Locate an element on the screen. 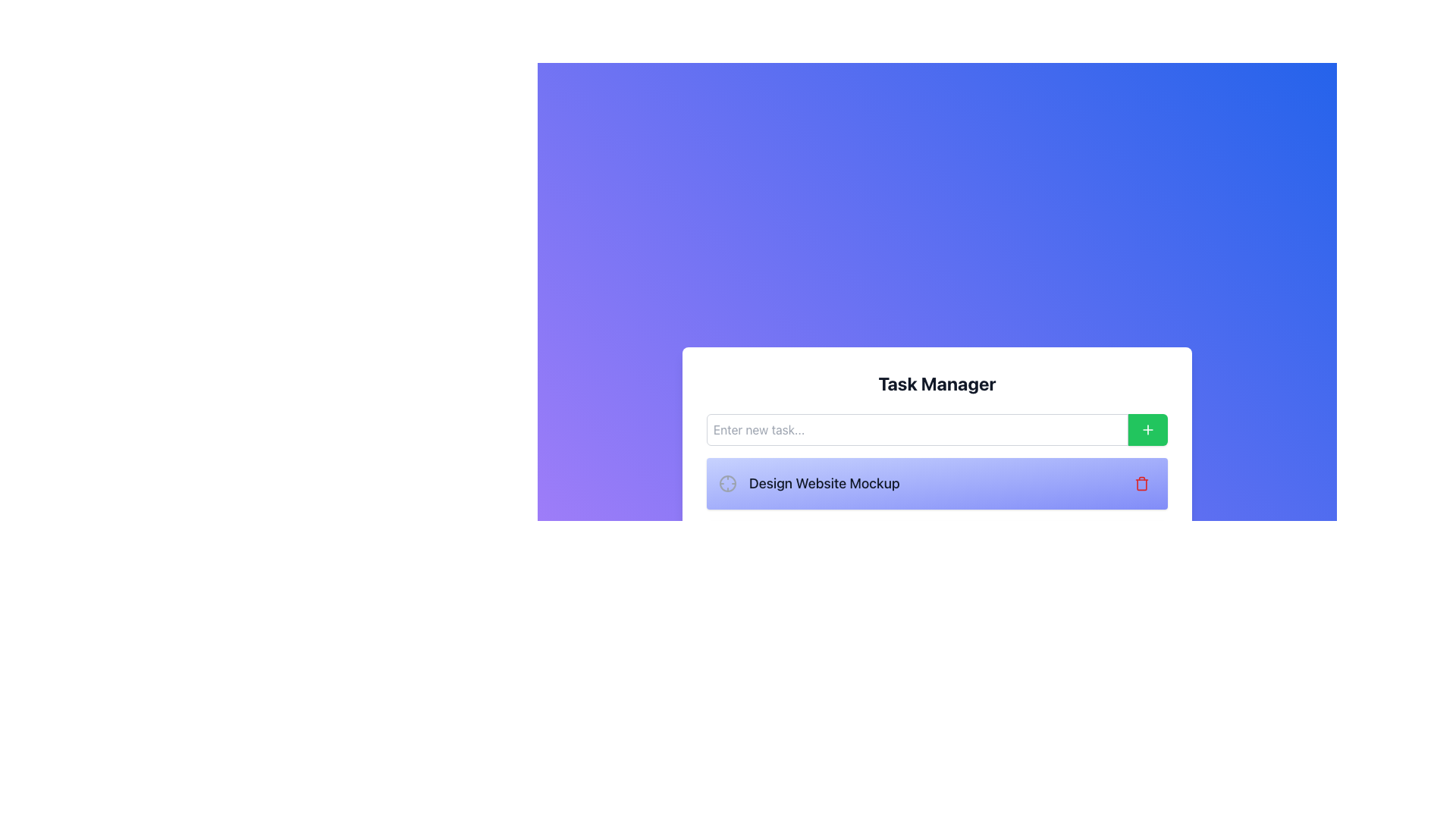 The width and height of the screenshot is (1456, 819). the 'Add Task' button located at the right end of the input field in the task manager interface is located at coordinates (1147, 430).